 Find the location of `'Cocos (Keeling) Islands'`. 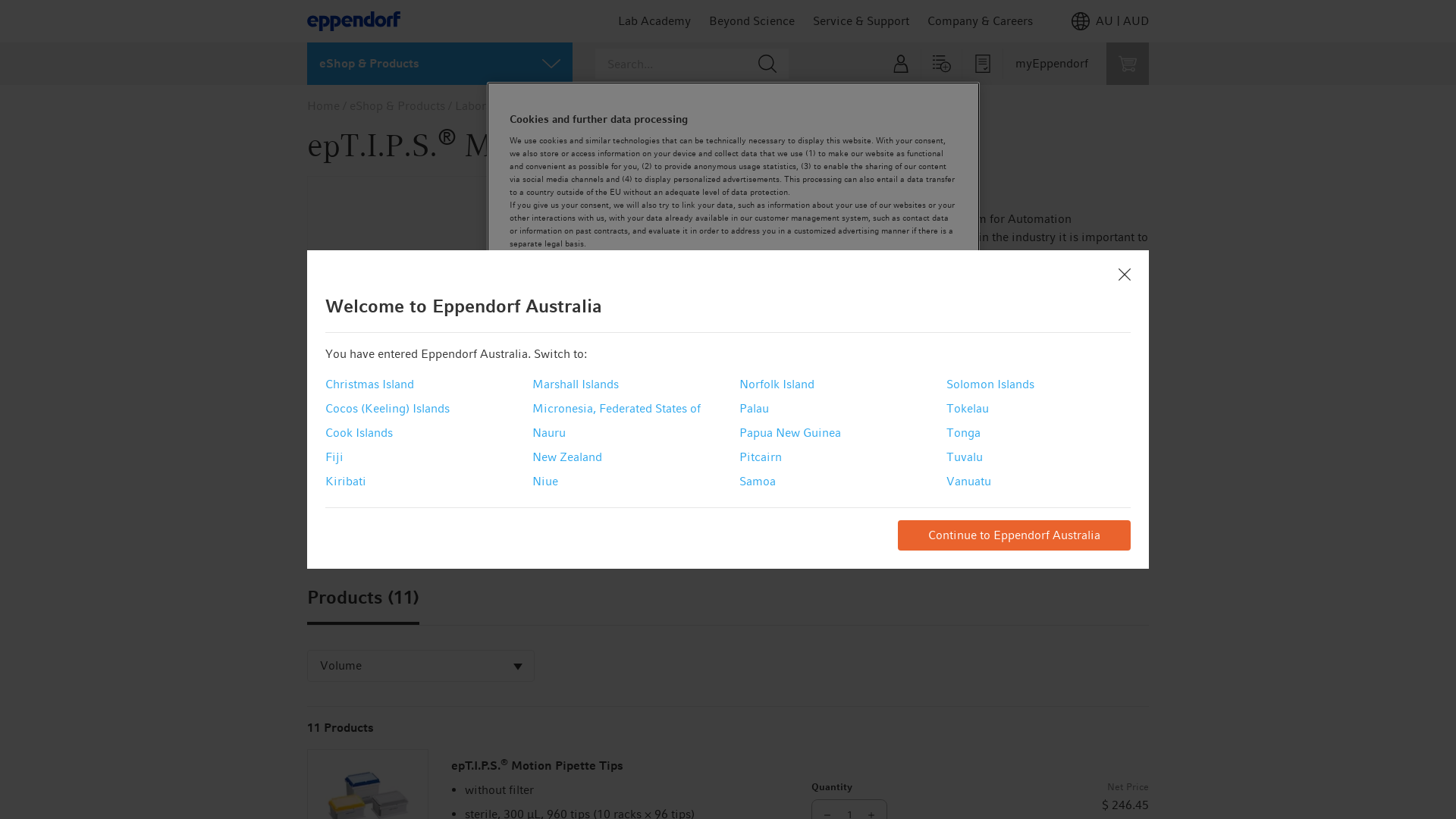

'Cocos (Keeling) Islands' is located at coordinates (387, 408).